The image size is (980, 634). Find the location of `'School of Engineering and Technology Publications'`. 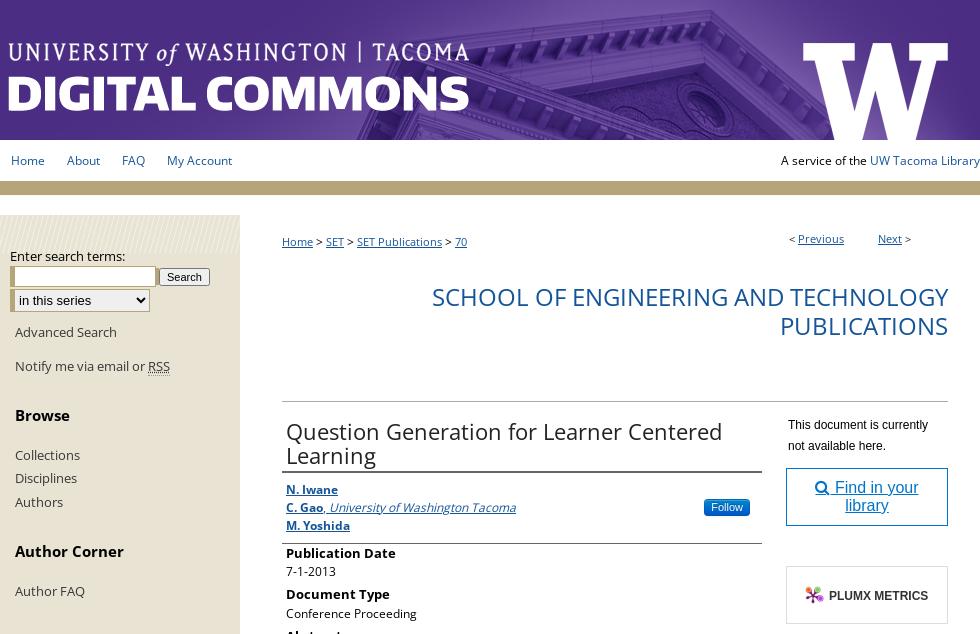

'School of Engineering and Technology Publications' is located at coordinates (431, 309).